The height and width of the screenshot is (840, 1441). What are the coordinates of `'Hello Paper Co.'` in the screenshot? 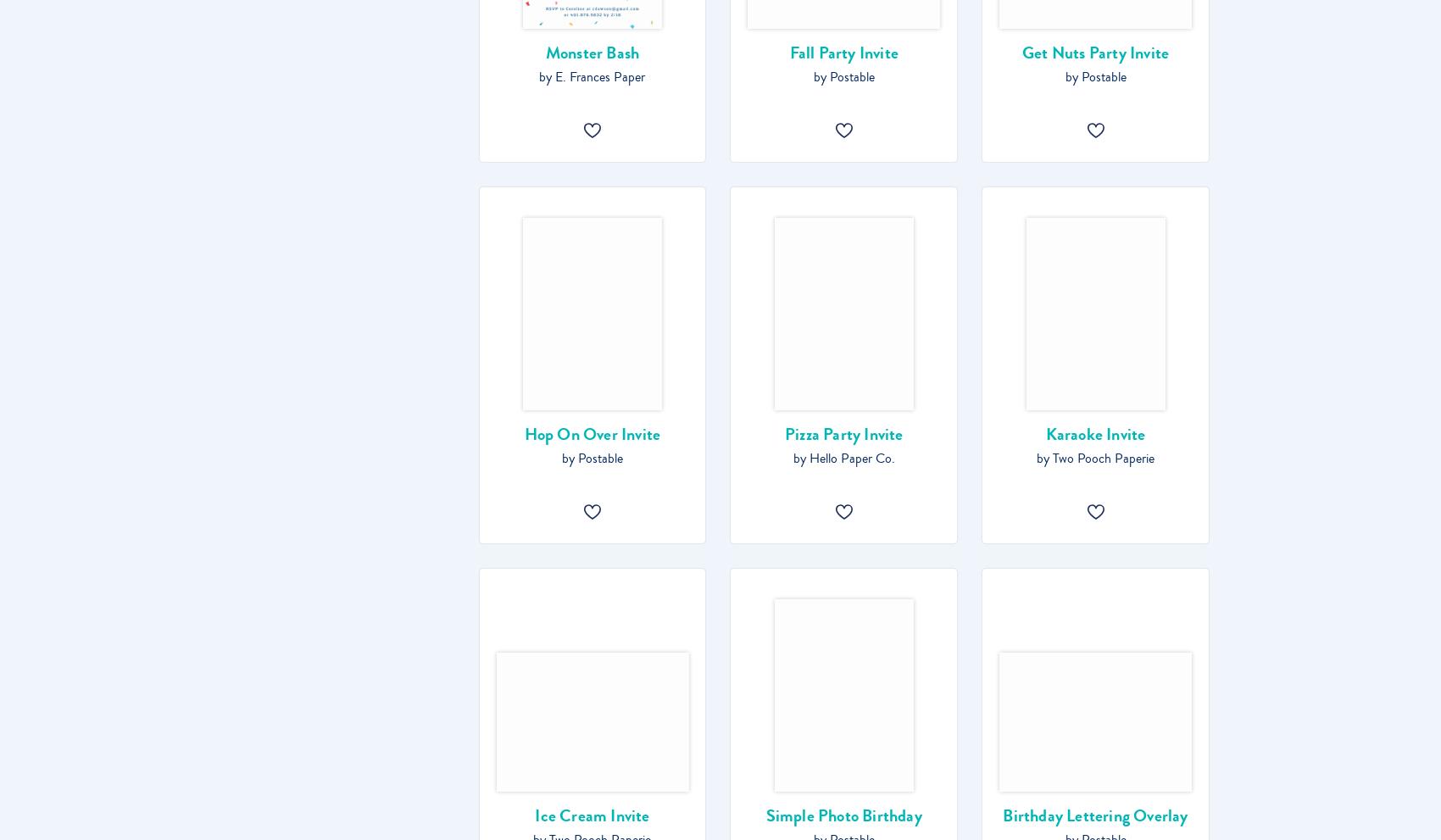 It's located at (850, 458).